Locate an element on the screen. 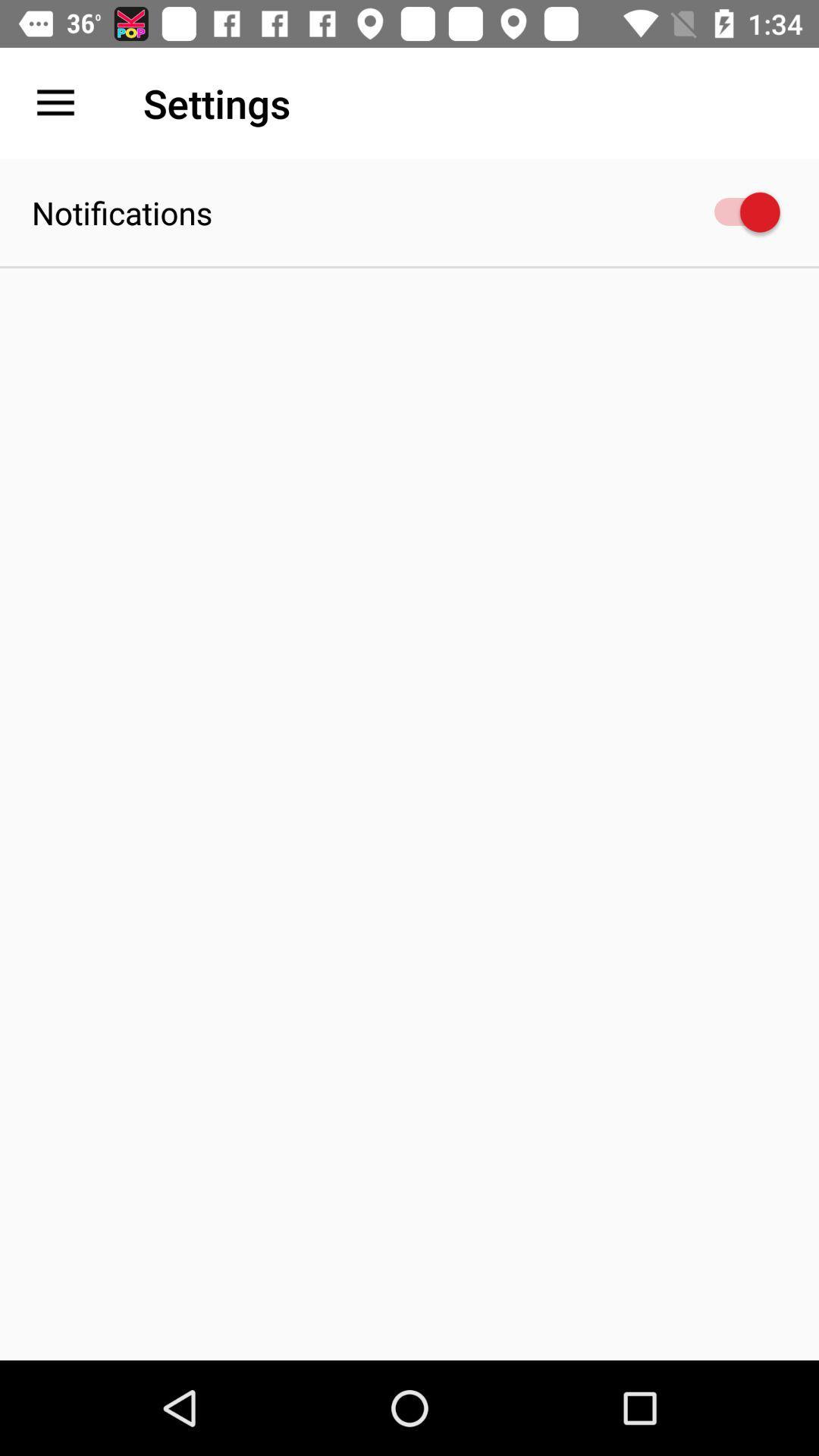 This screenshot has height=1456, width=819. the icon next to the notifications item is located at coordinates (739, 212).